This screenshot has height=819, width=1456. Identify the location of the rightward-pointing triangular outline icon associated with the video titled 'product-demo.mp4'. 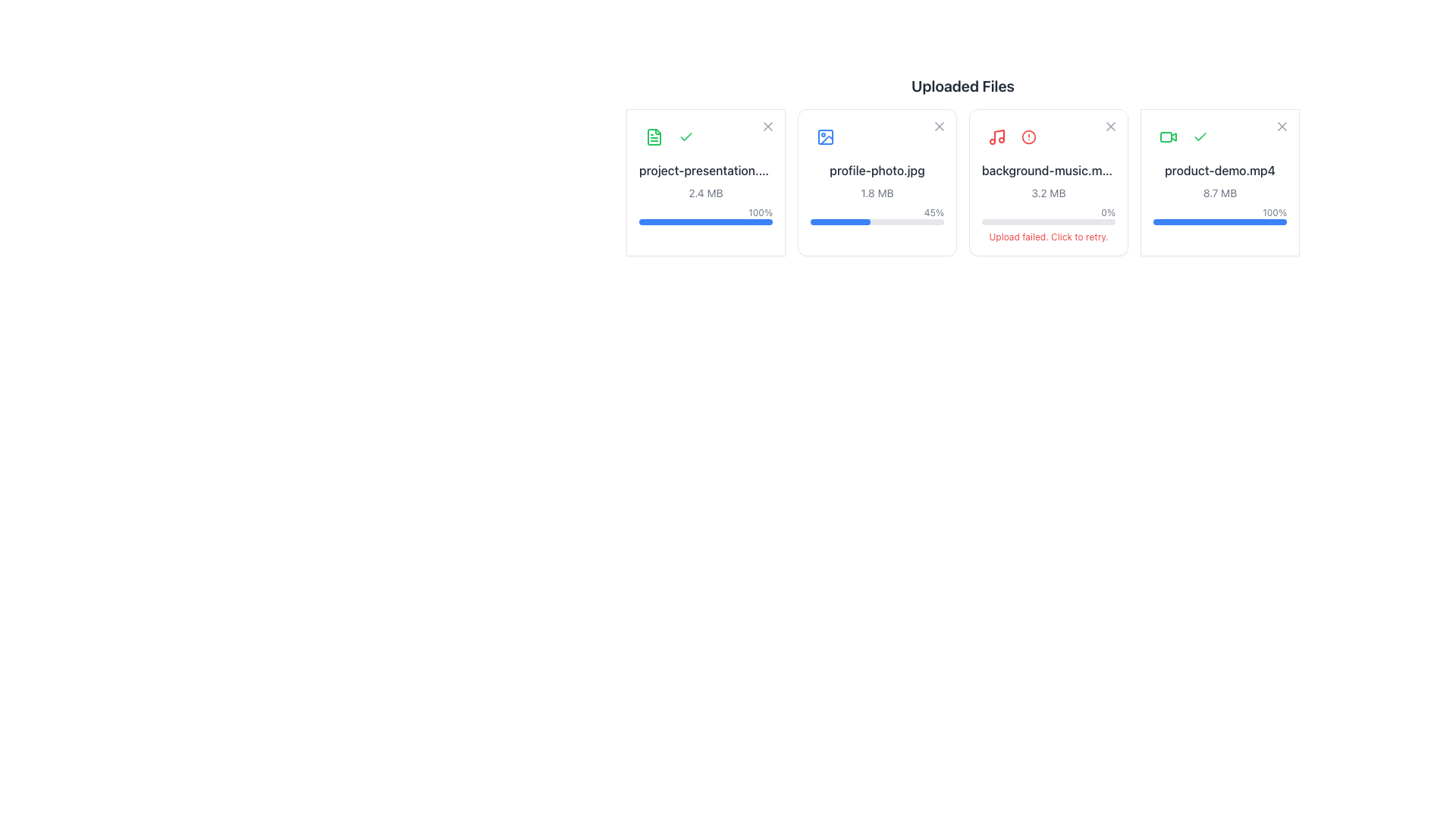
(1173, 136).